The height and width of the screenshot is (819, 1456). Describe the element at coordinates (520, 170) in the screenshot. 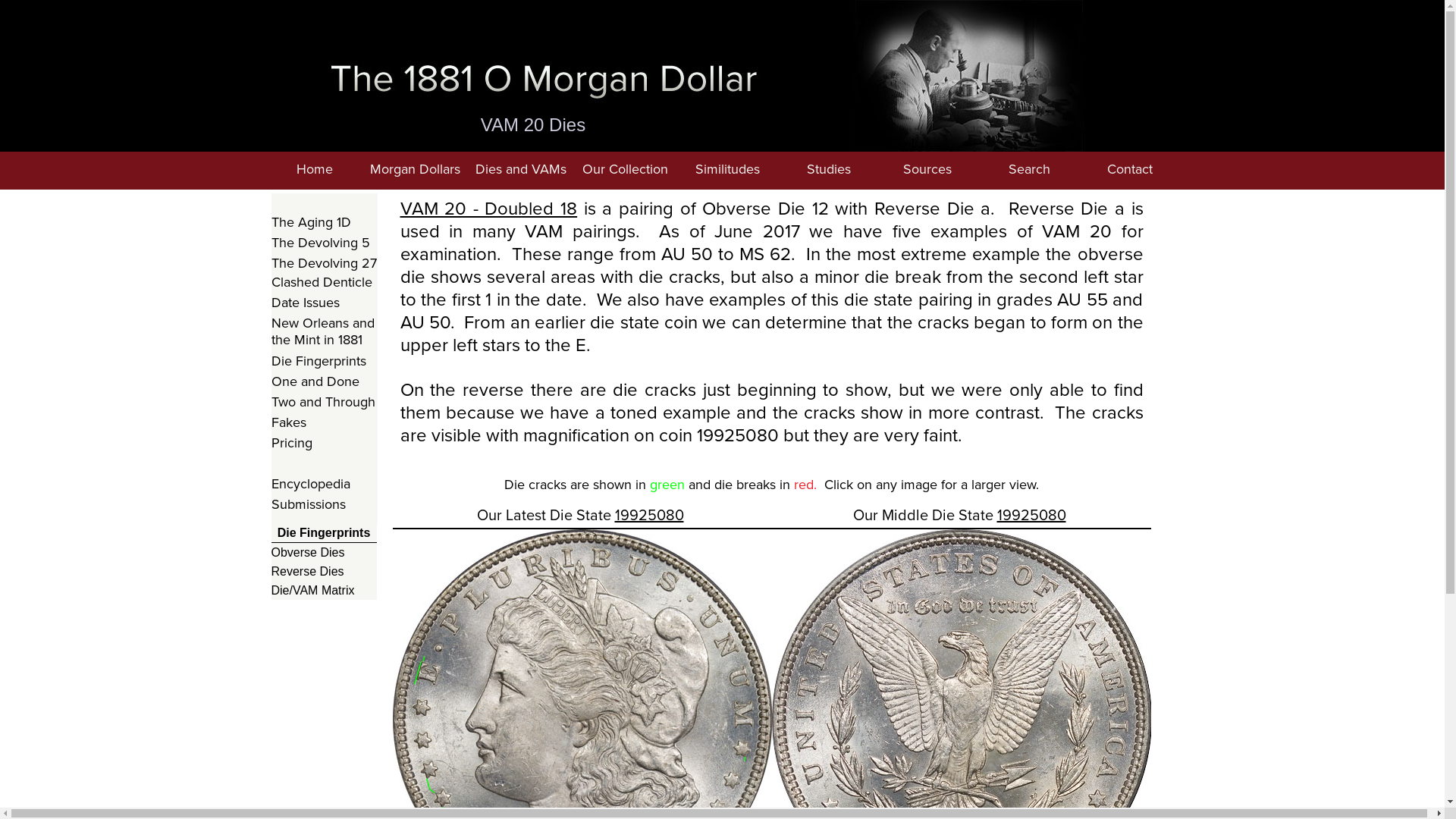

I see `'Dies and VAMs'` at that location.